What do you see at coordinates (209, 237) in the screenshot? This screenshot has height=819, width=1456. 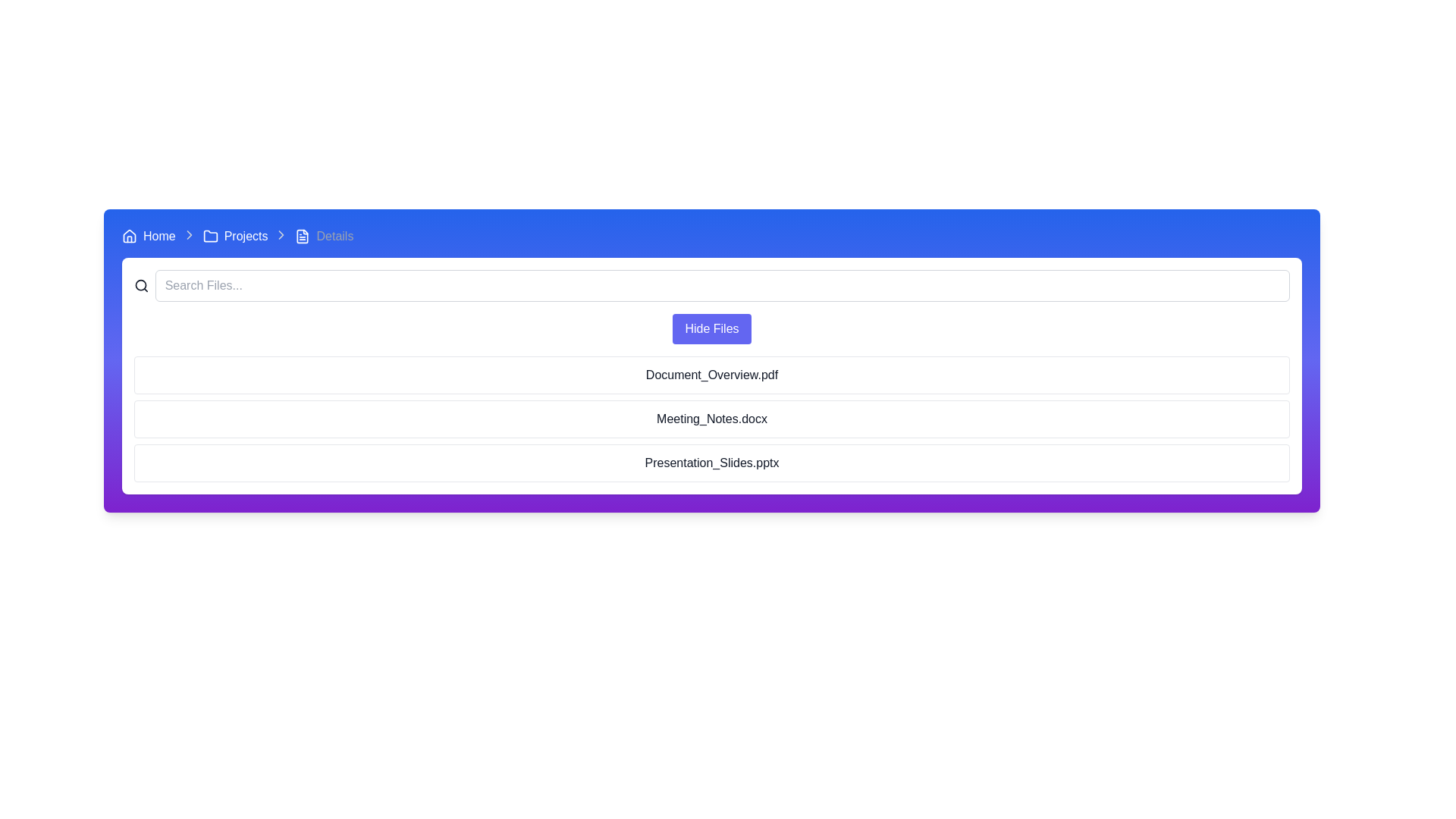 I see `the folder icon SVG graphic located in the breadcrumb navigation bar, which is styled with a stroke outline and positioned directly to the left of the 'Projects' text` at bounding box center [209, 237].